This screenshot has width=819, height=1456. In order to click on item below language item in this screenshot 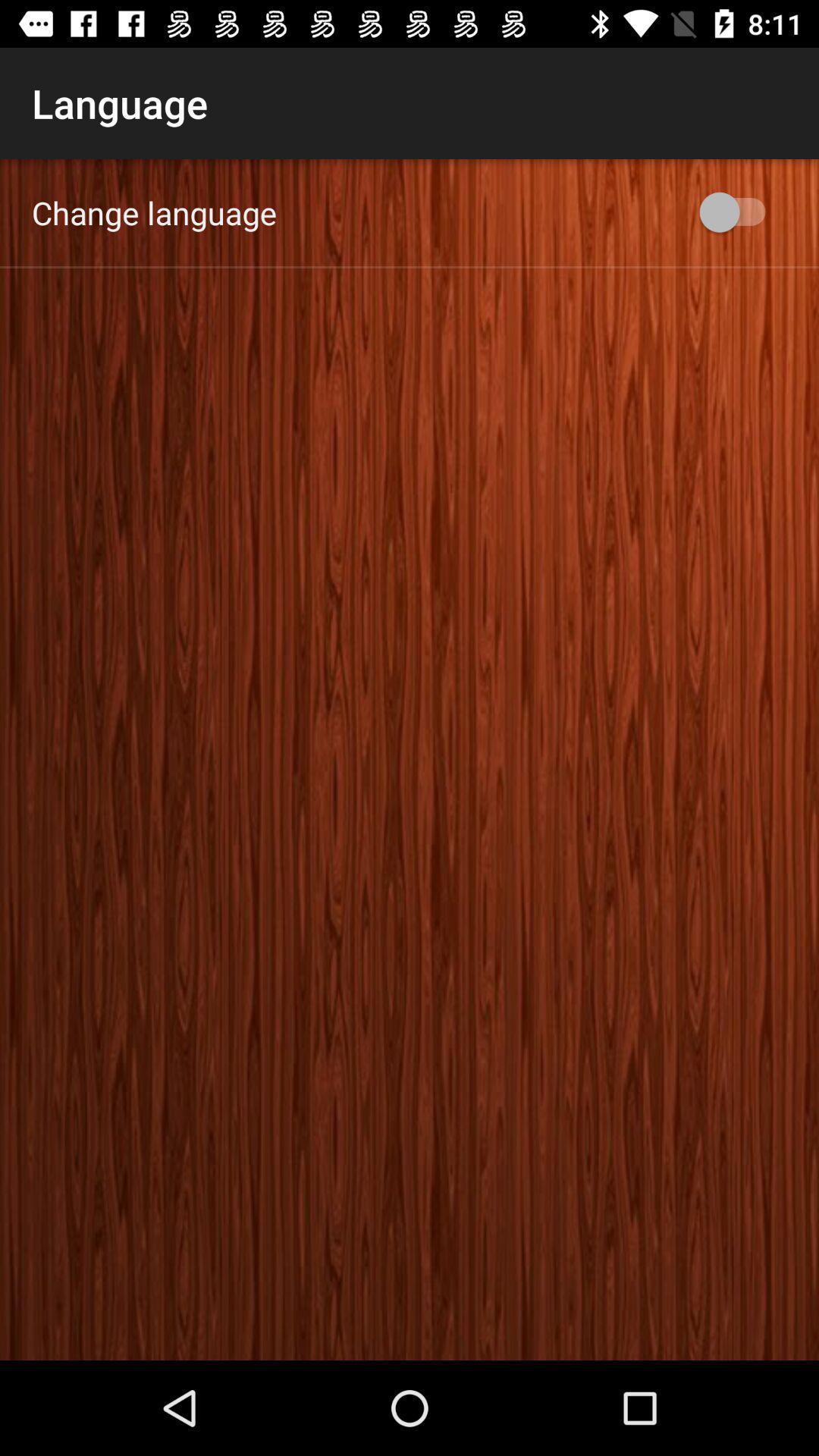, I will do `click(154, 212)`.